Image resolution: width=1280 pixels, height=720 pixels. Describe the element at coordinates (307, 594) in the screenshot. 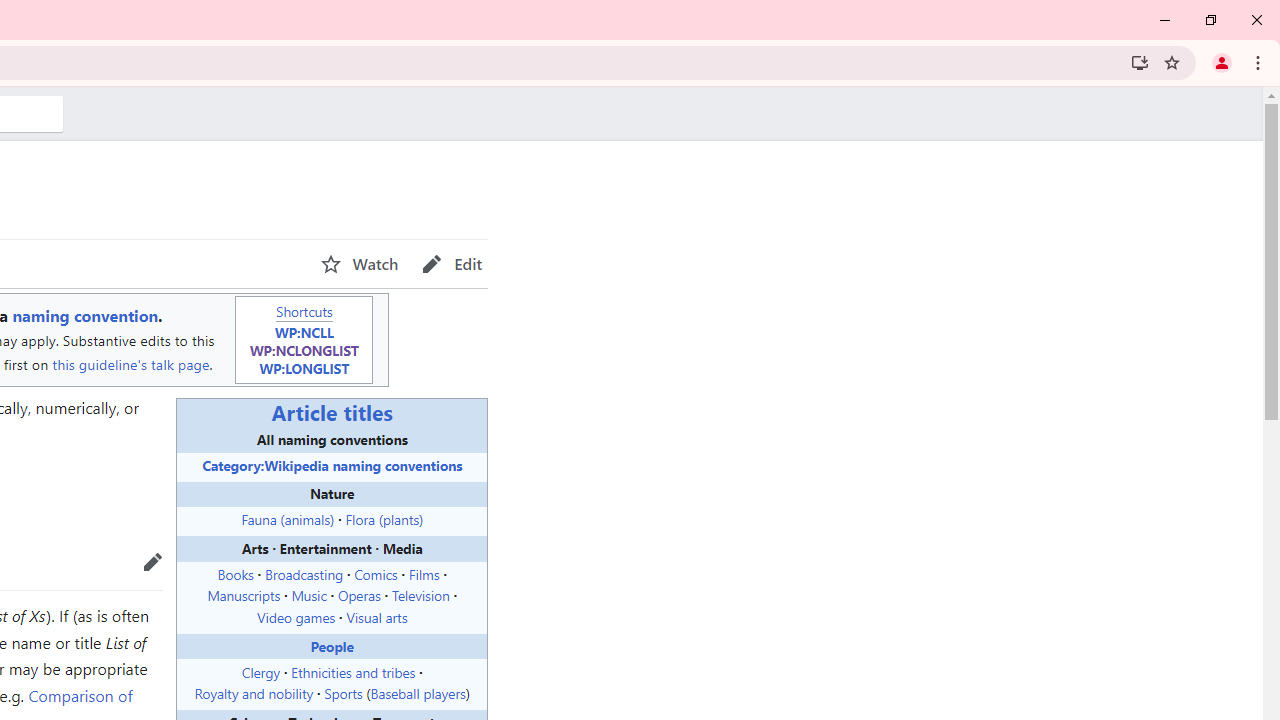

I see `'Music'` at that location.